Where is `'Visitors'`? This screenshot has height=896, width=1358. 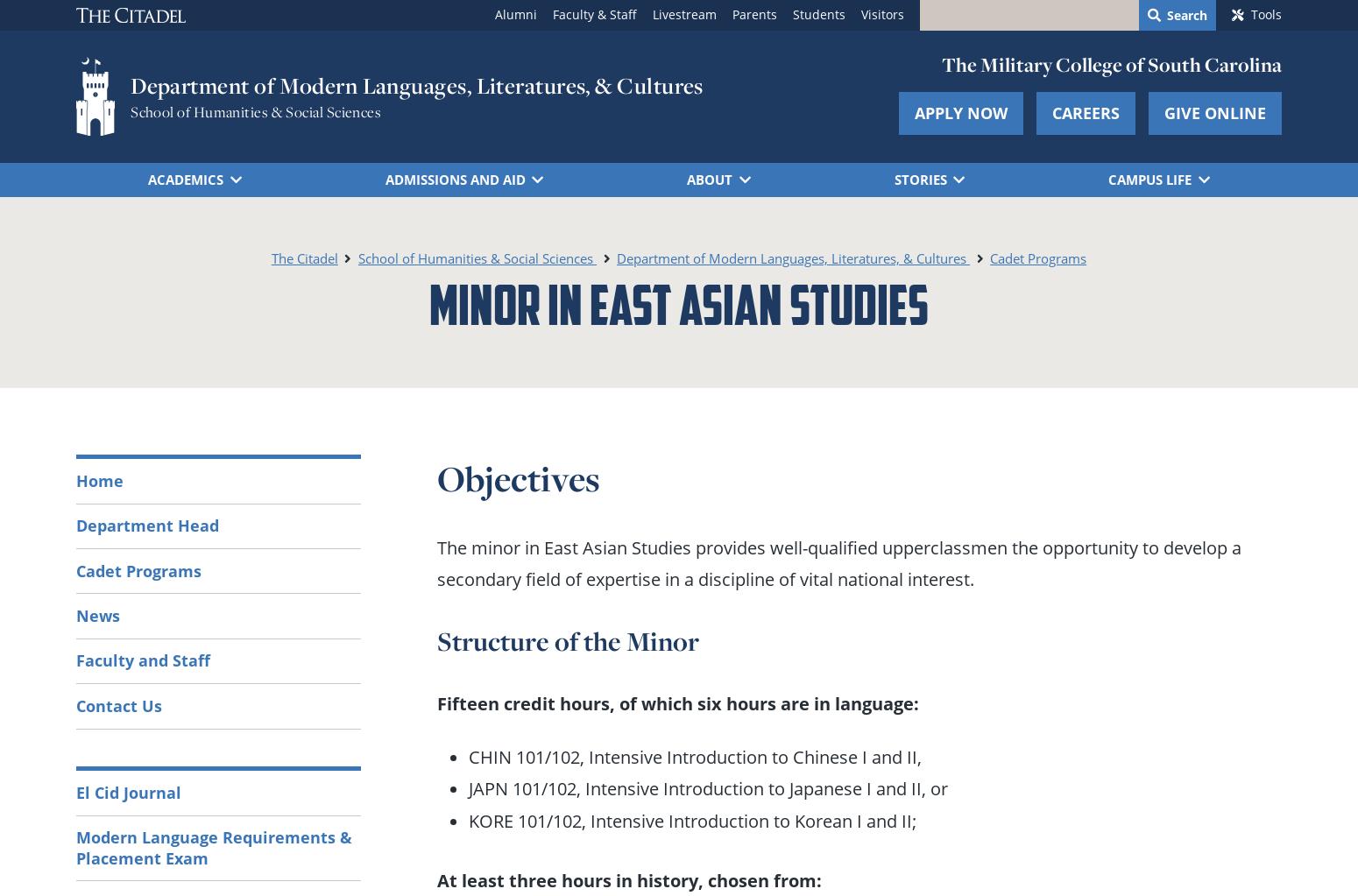 'Visitors' is located at coordinates (881, 14).